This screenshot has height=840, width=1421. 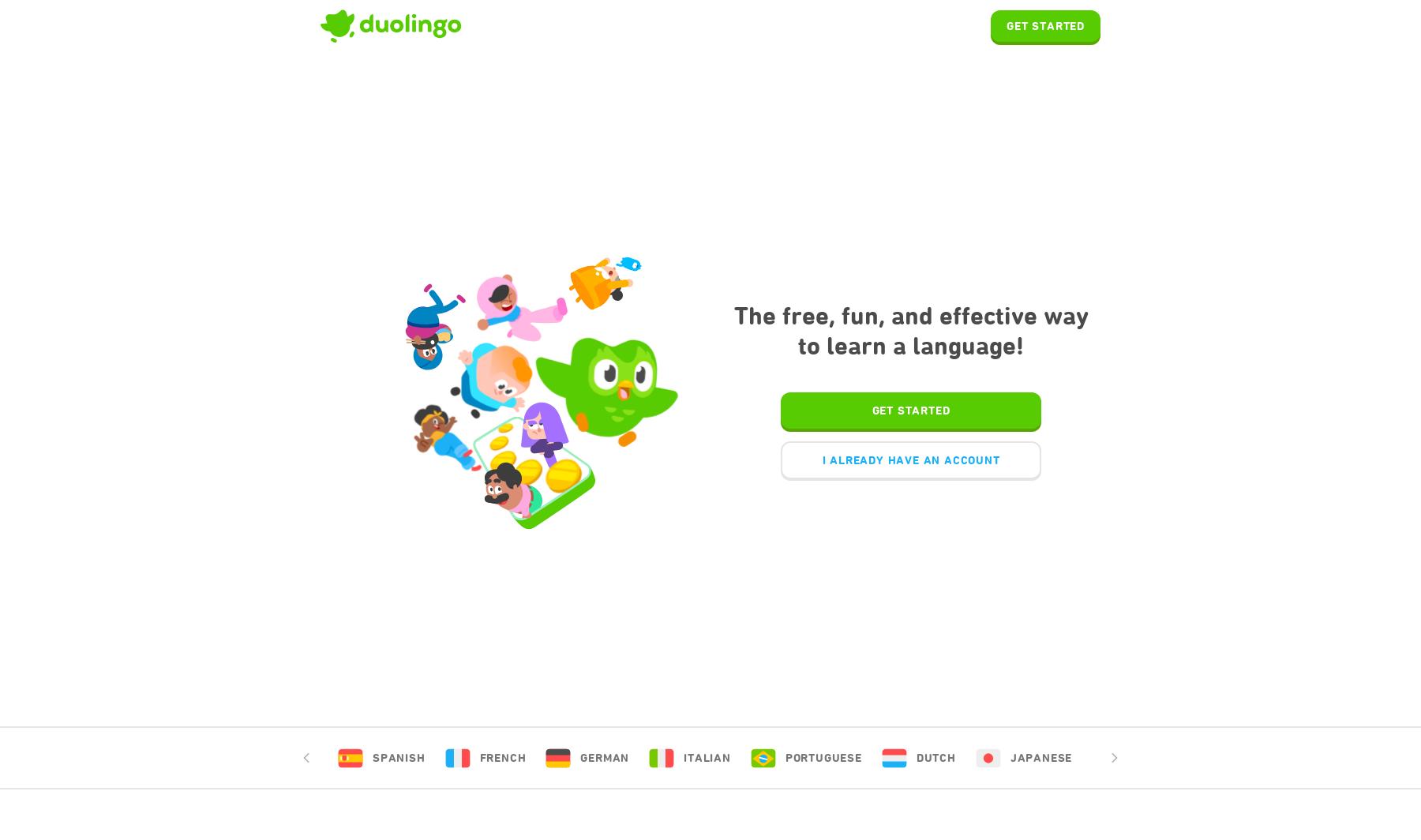 I want to click on 'Czech', so click(x=1224, y=758).